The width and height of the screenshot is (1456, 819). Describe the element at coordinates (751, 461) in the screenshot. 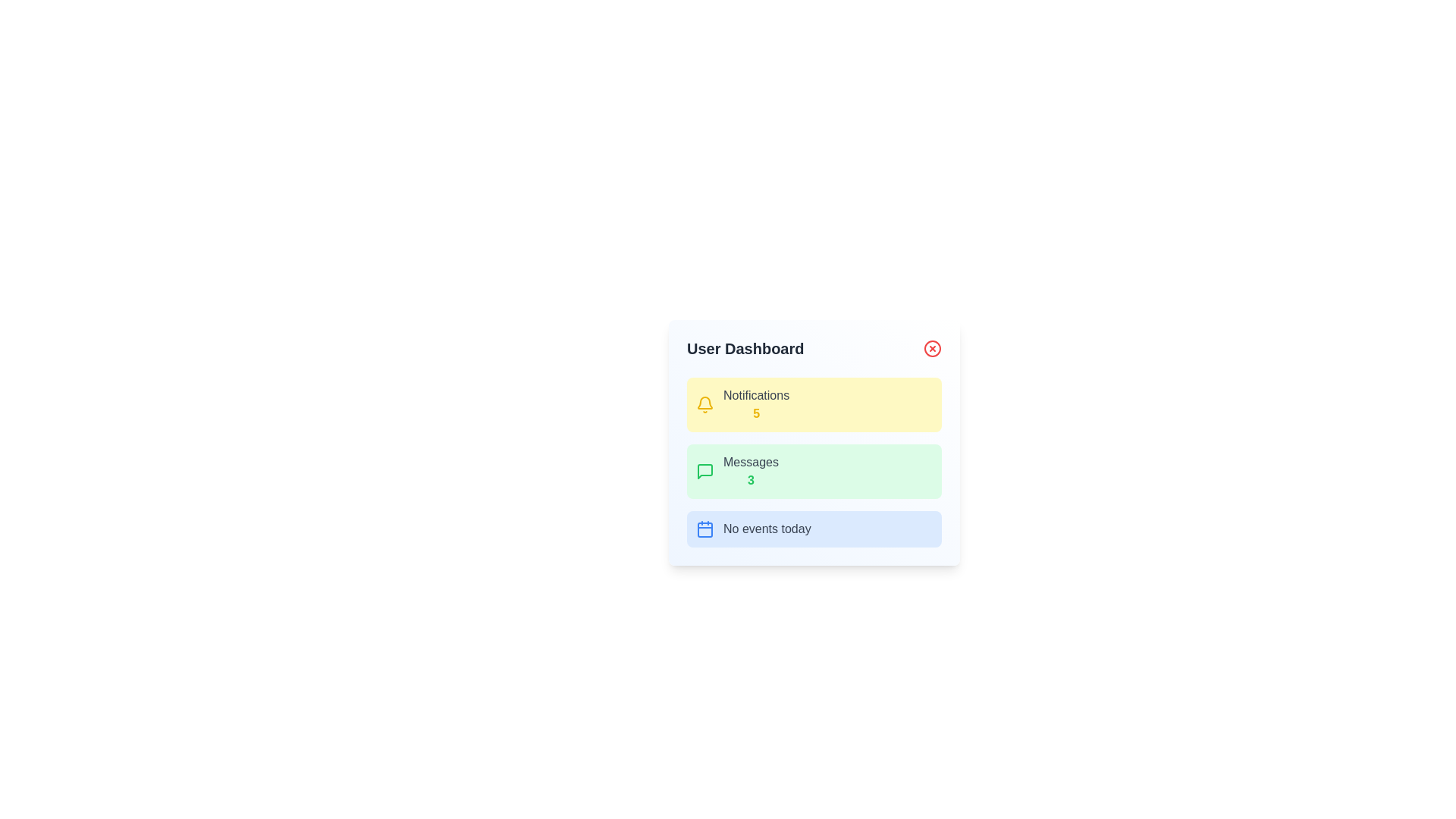

I see `text content of the 'Messages' label, which identifies the section of the interface related to messages` at that location.